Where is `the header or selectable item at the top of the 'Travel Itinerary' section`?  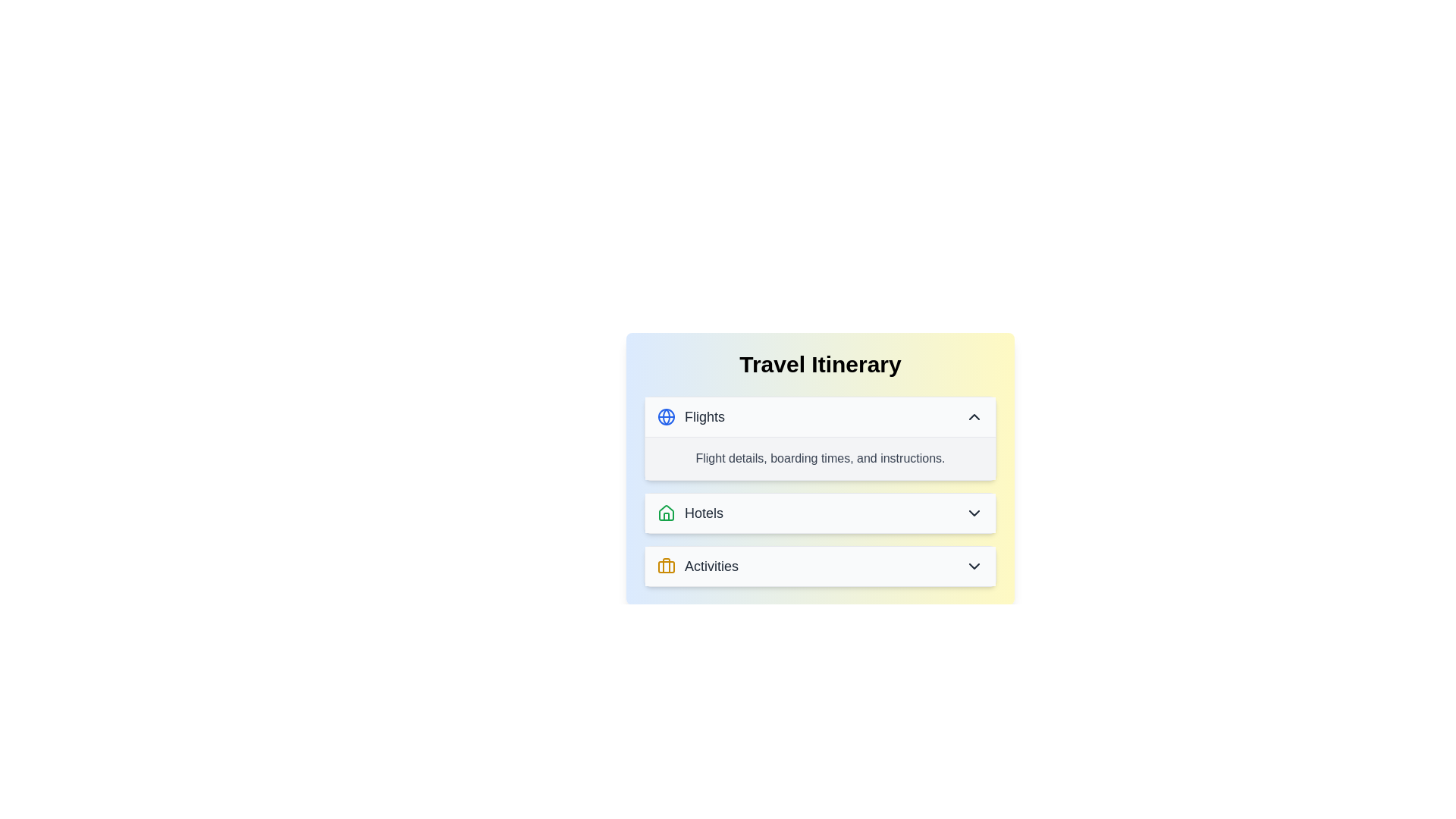 the header or selectable item at the top of the 'Travel Itinerary' section is located at coordinates (690, 417).